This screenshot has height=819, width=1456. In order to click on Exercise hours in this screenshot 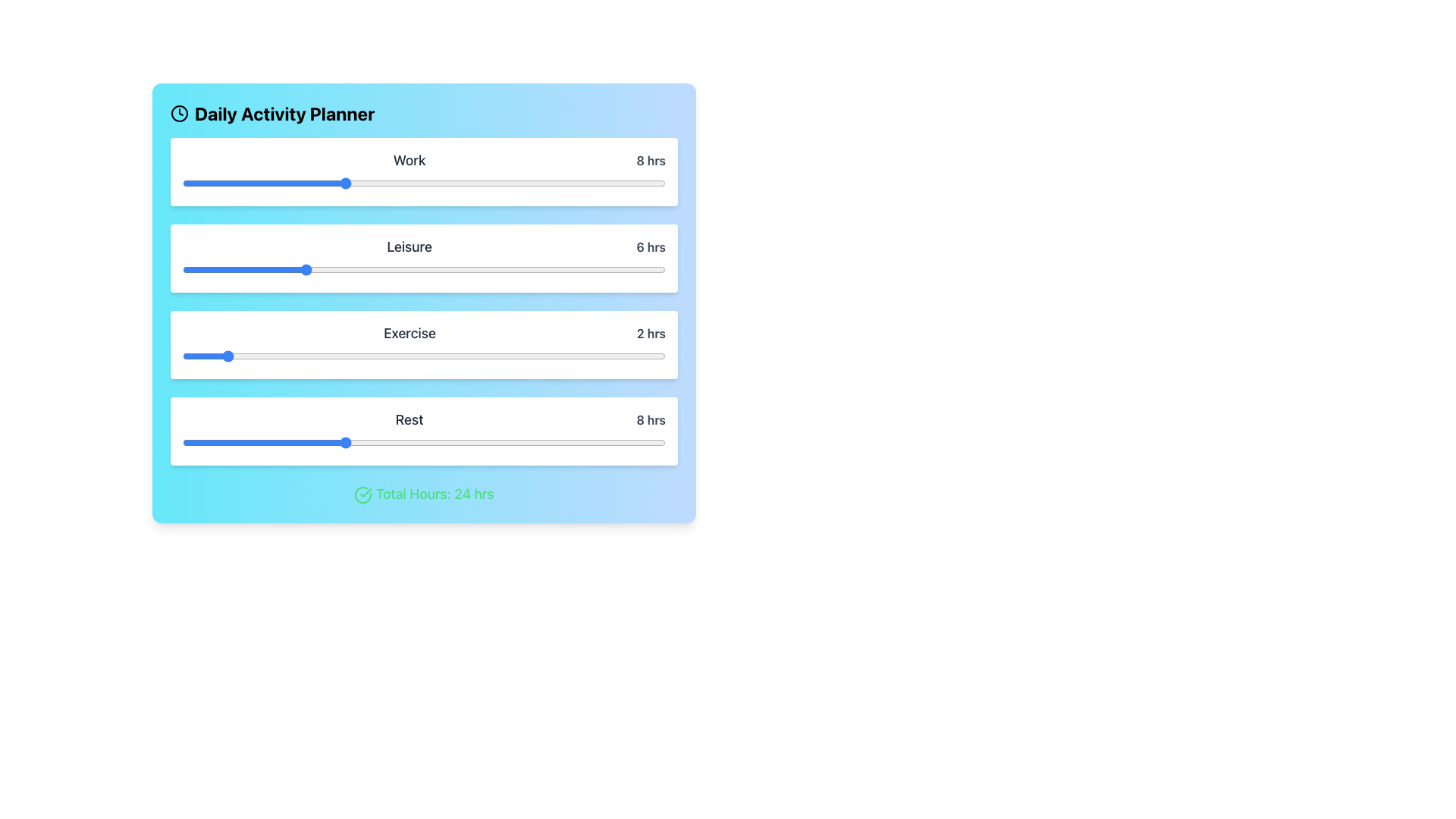, I will do `click(362, 356)`.